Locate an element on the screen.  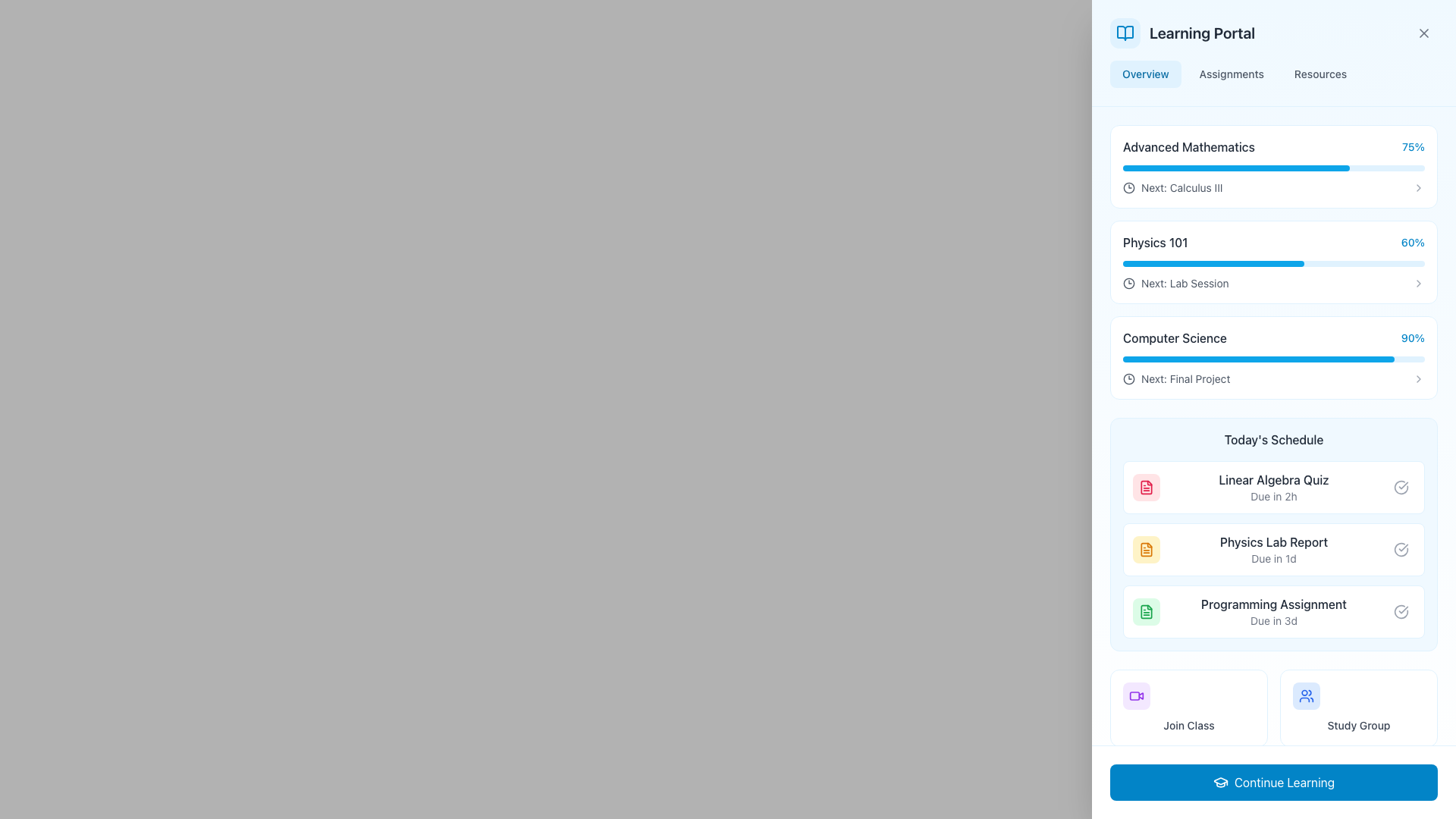
the 'Overview' navigation tab, which has a light blue background and dark blue text is located at coordinates (1145, 74).